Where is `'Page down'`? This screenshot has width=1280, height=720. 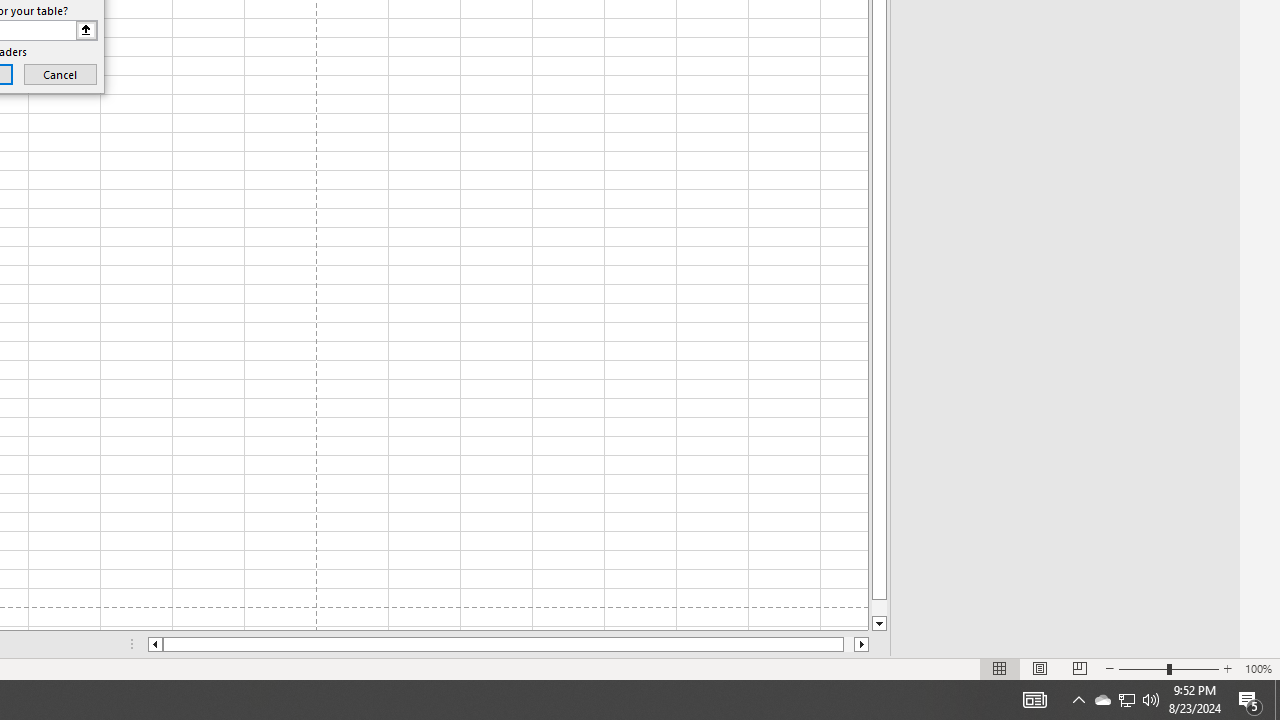
'Page down' is located at coordinates (879, 607).